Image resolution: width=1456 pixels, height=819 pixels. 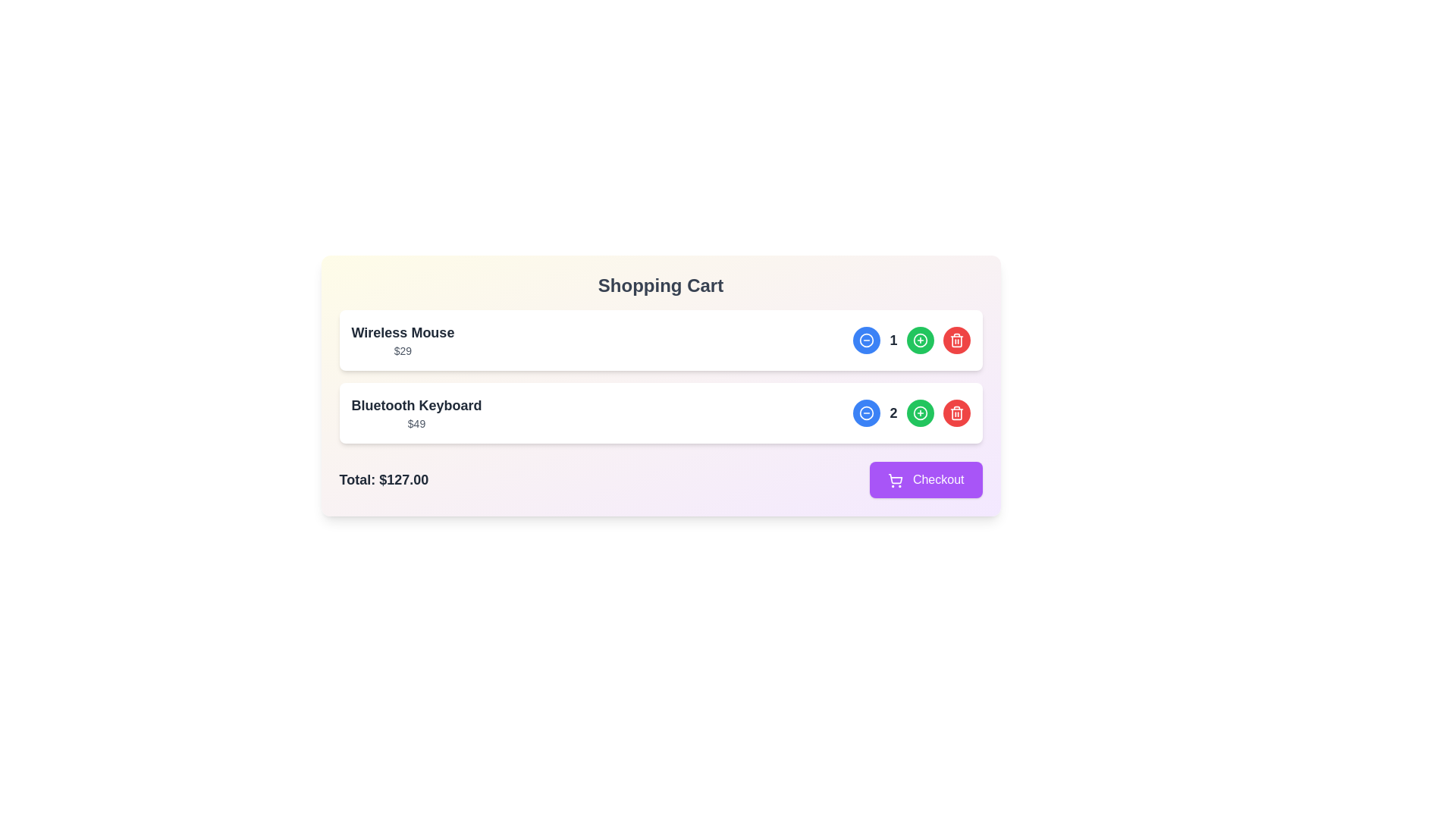 I want to click on the circular green button with a white plus sign to increase the quantity in the shopping cart row labeled 'Wireless Mouse', so click(x=919, y=339).